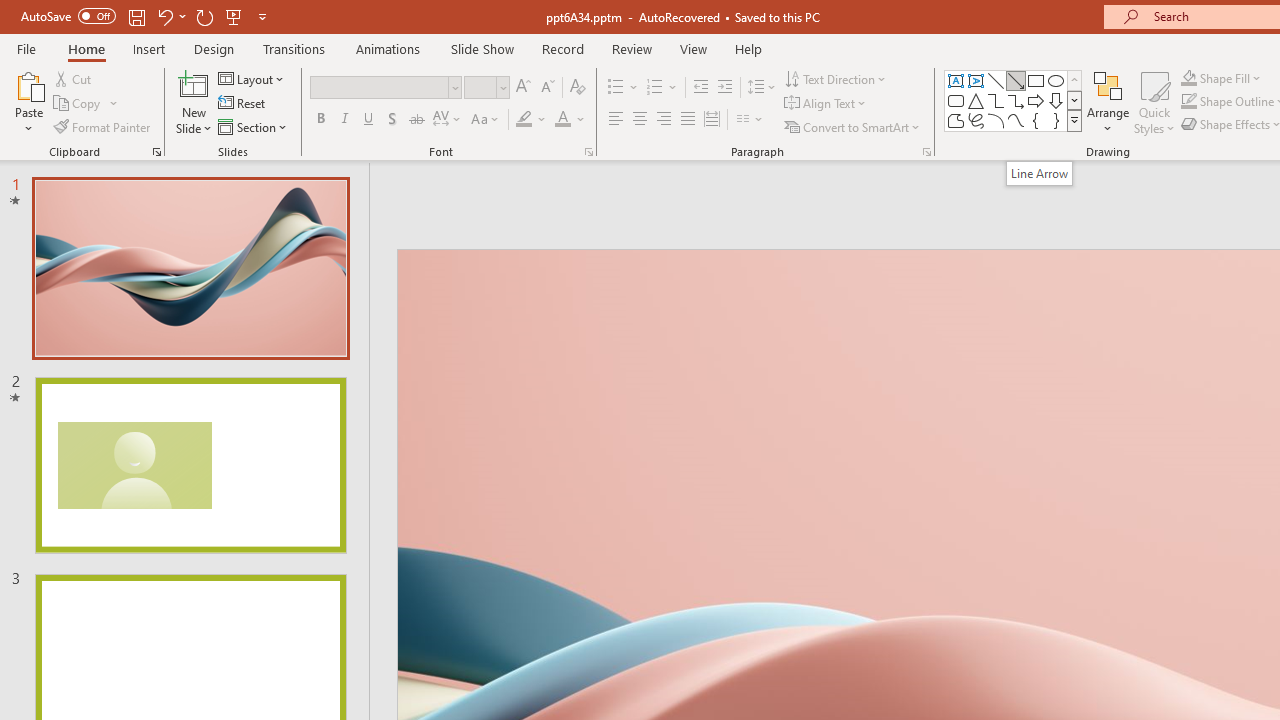  Describe the element at coordinates (480, 86) in the screenshot. I see `'Font Size'` at that location.